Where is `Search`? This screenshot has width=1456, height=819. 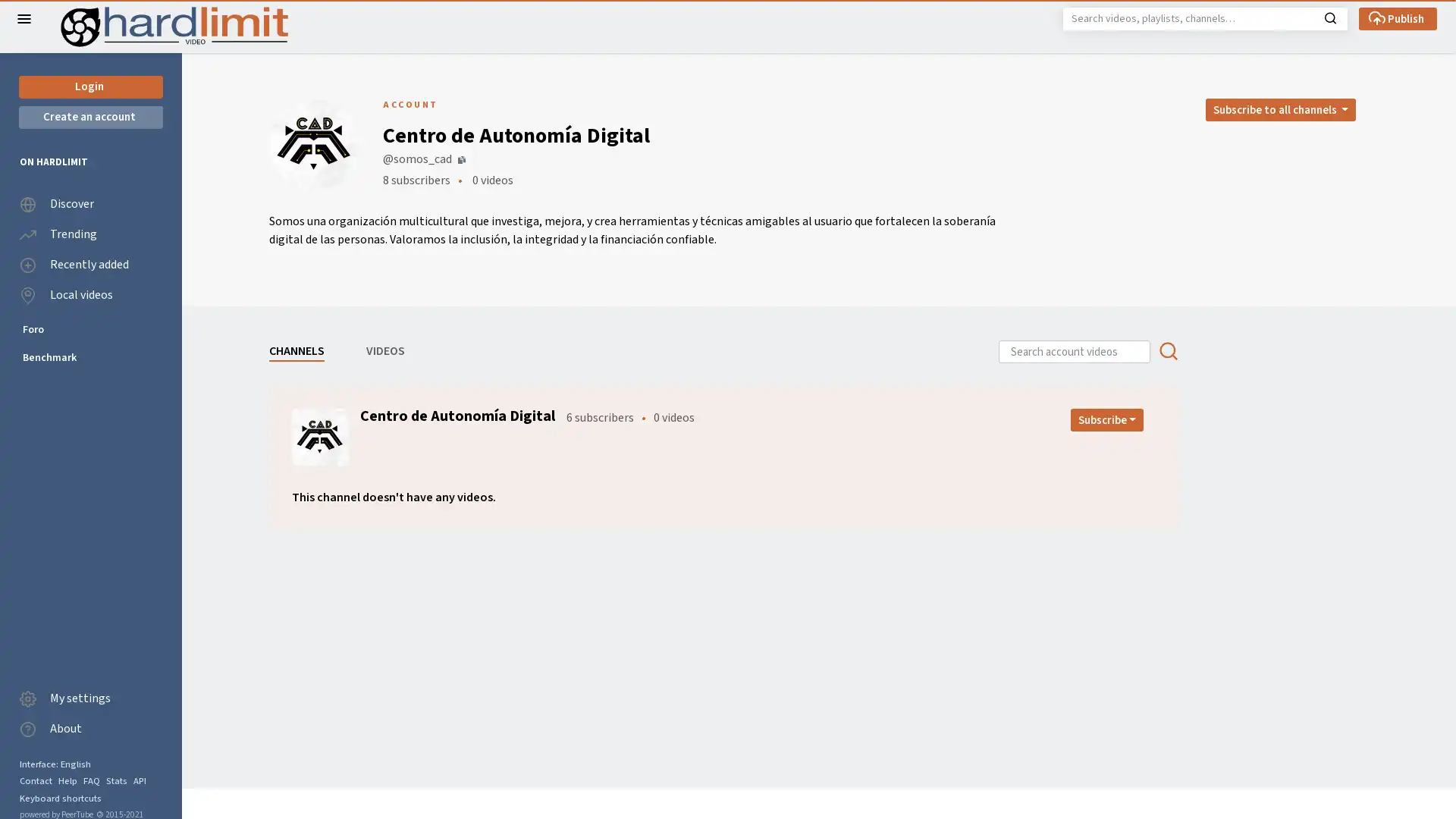 Search is located at coordinates (1329, 17).